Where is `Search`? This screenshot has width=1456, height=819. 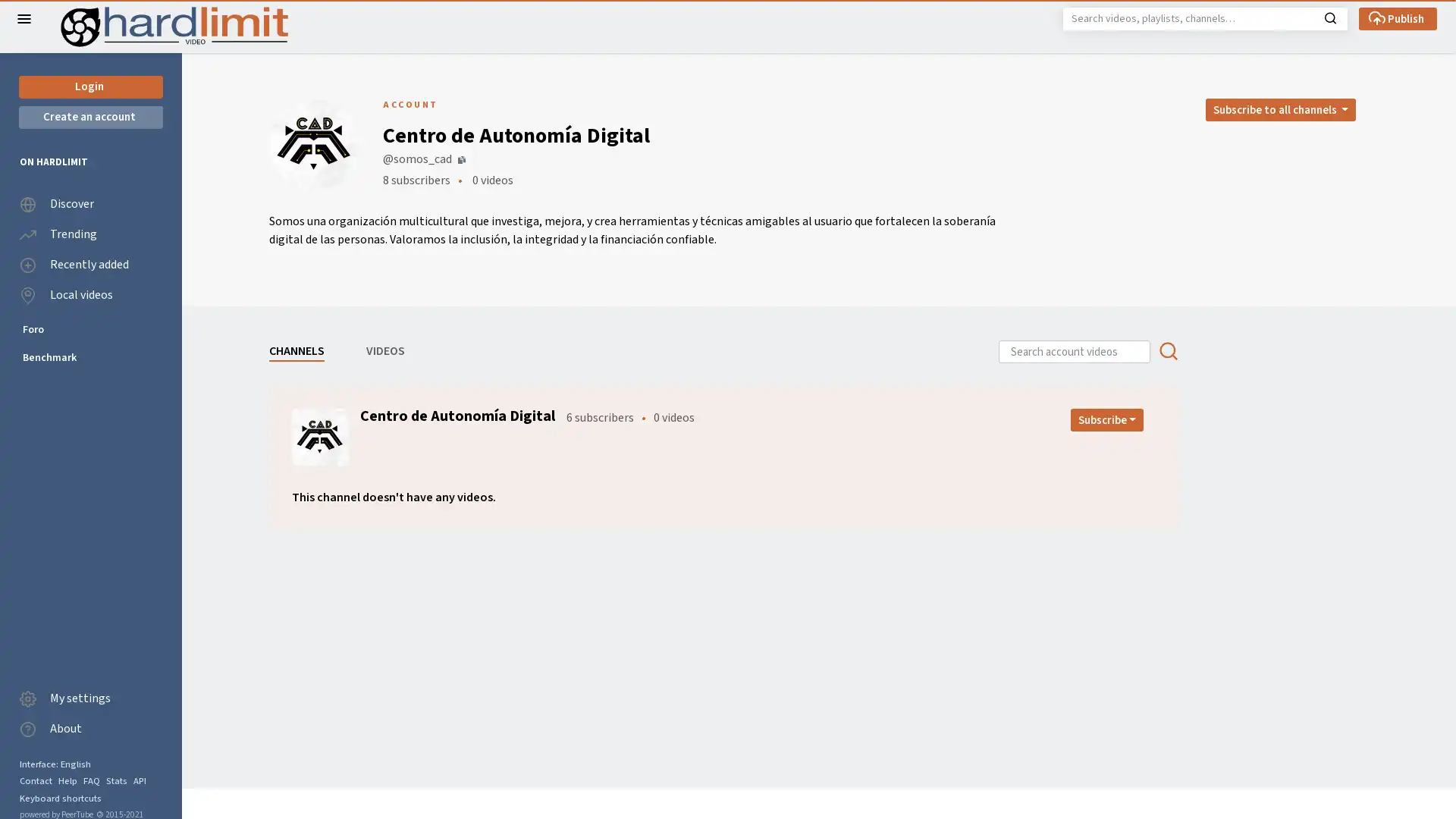 Search is located at coordinates (1329, 17).